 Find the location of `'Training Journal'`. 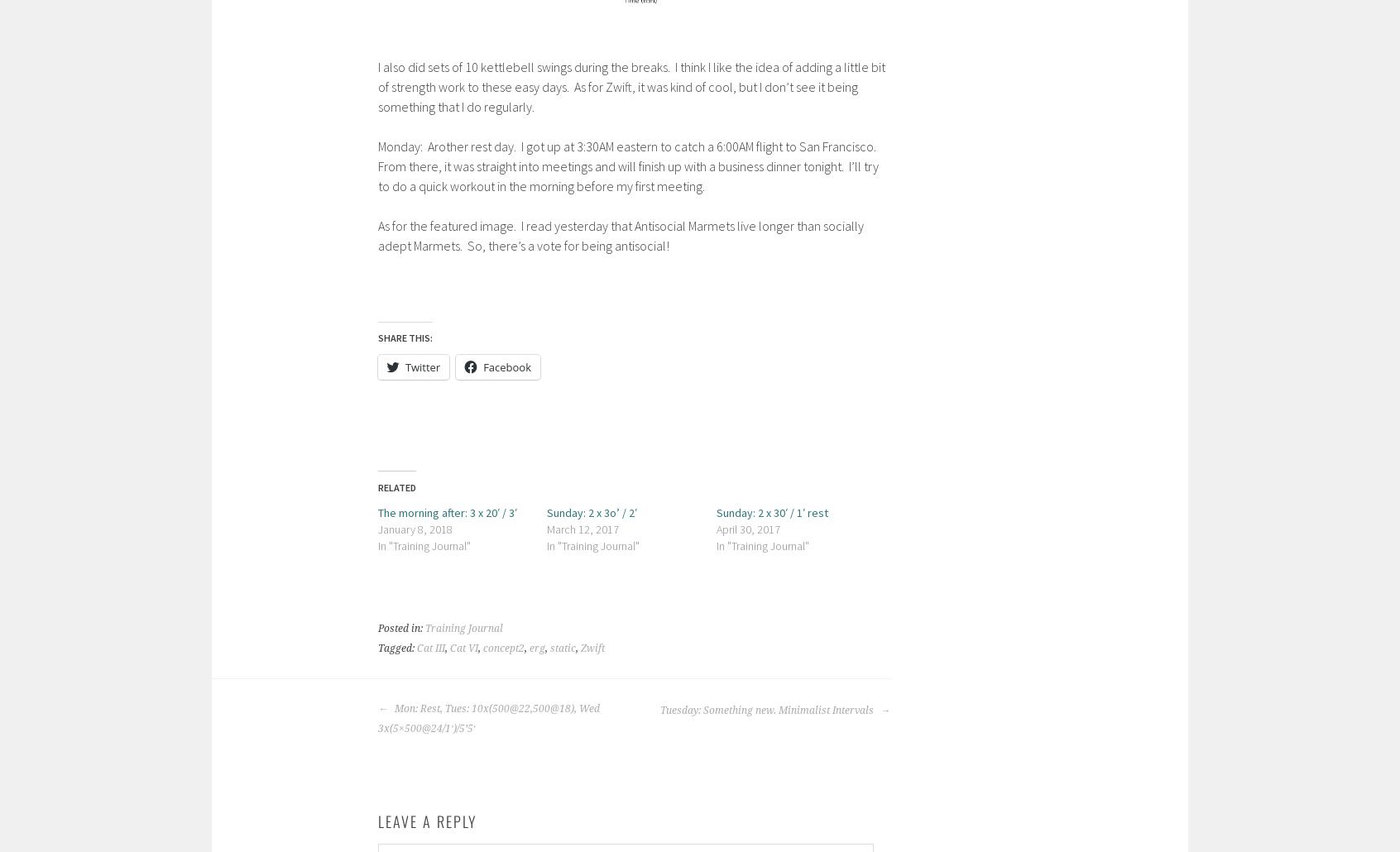

'Training Journal' is located at coordinates (464, 628).